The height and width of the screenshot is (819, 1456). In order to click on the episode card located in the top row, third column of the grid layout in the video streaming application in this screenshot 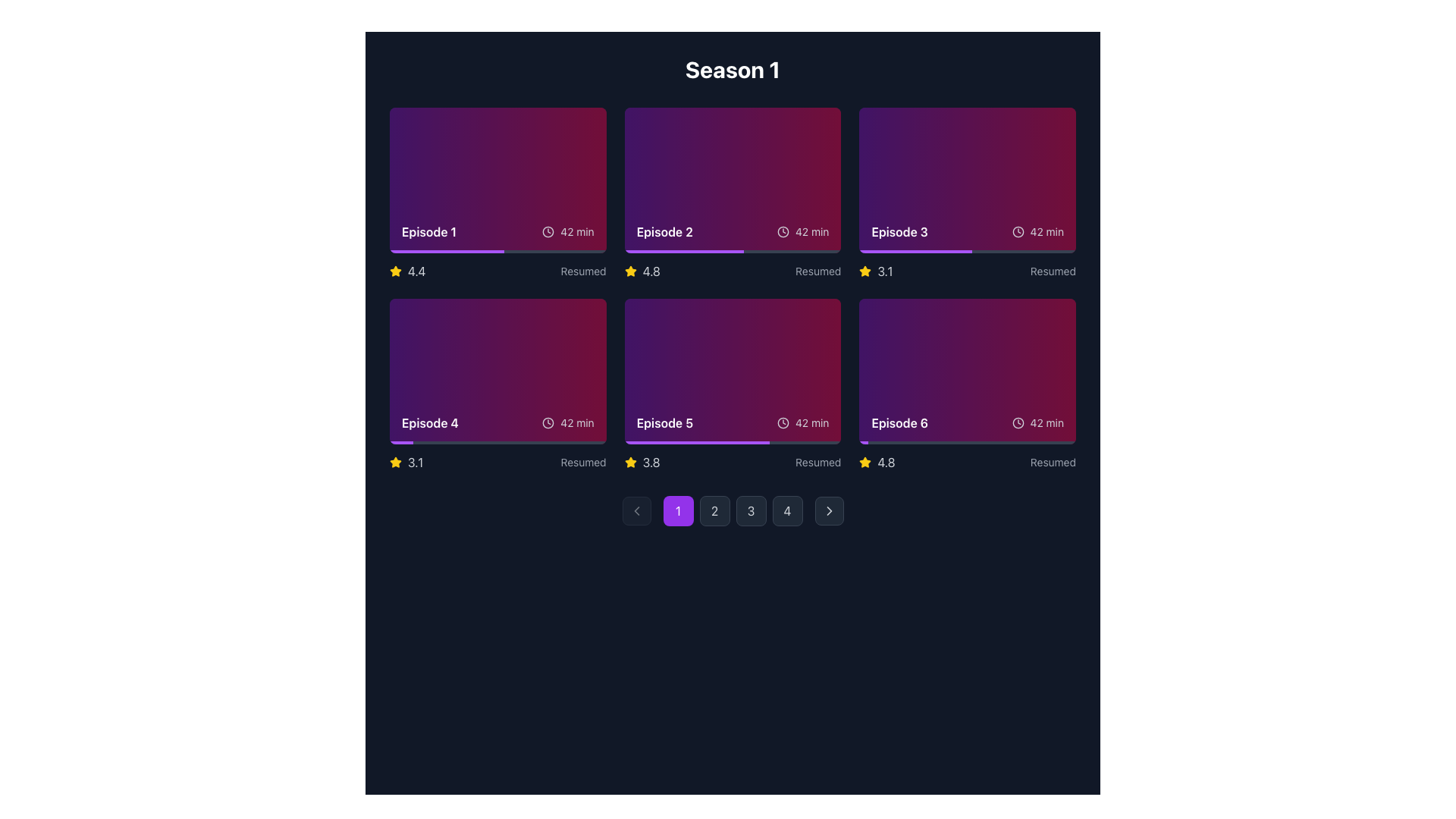, I will do `click(967, 193)`.